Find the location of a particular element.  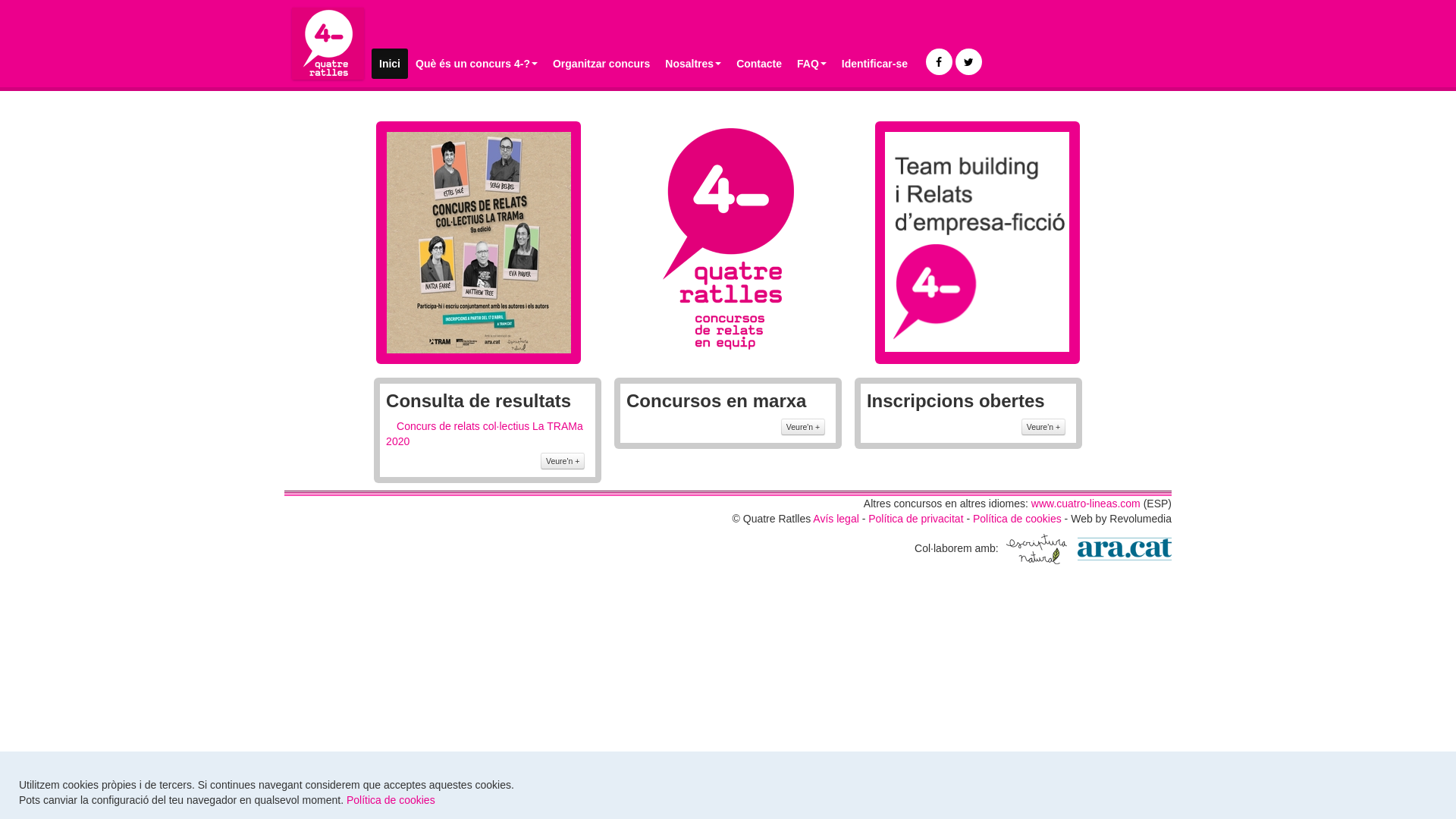

'Organitzar concurs' is located at coordinates (600, 63).